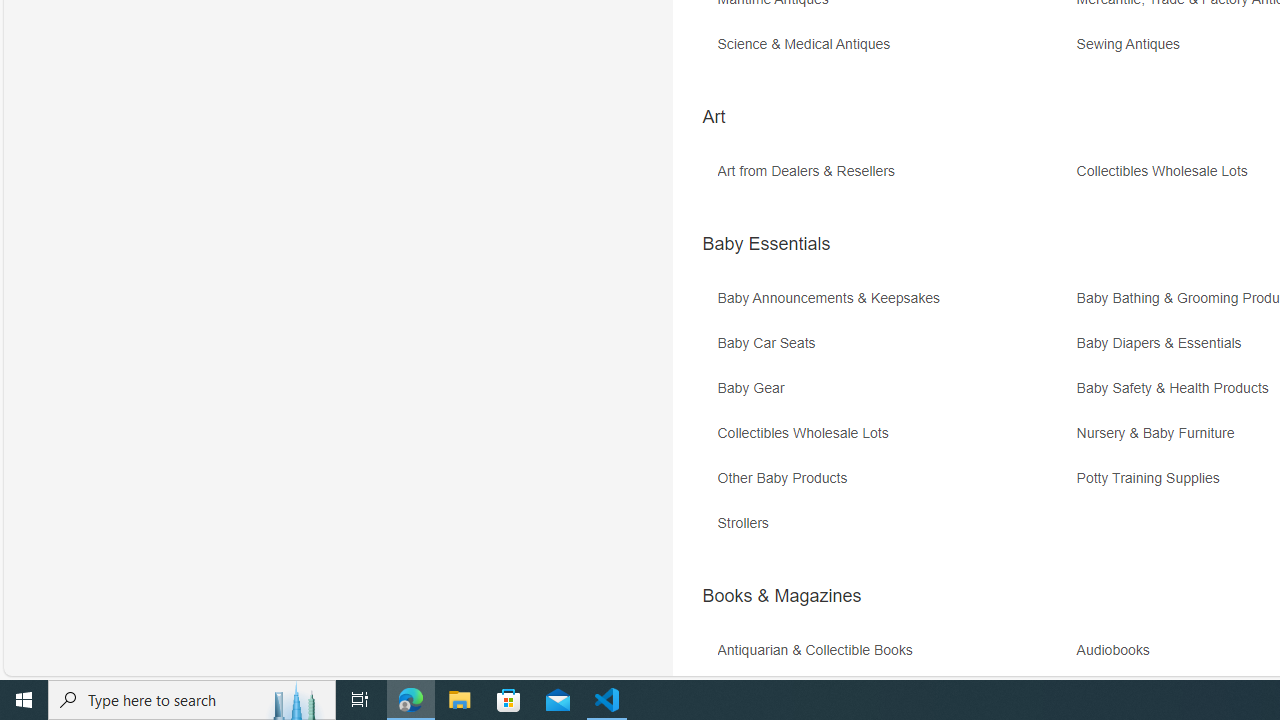 This screenshot has width=1280, height=720. What do you see at coordinates (893, 50) in the screenshot?
I see `'Science & Medical Antiques'` at bounding box center [893, 50].